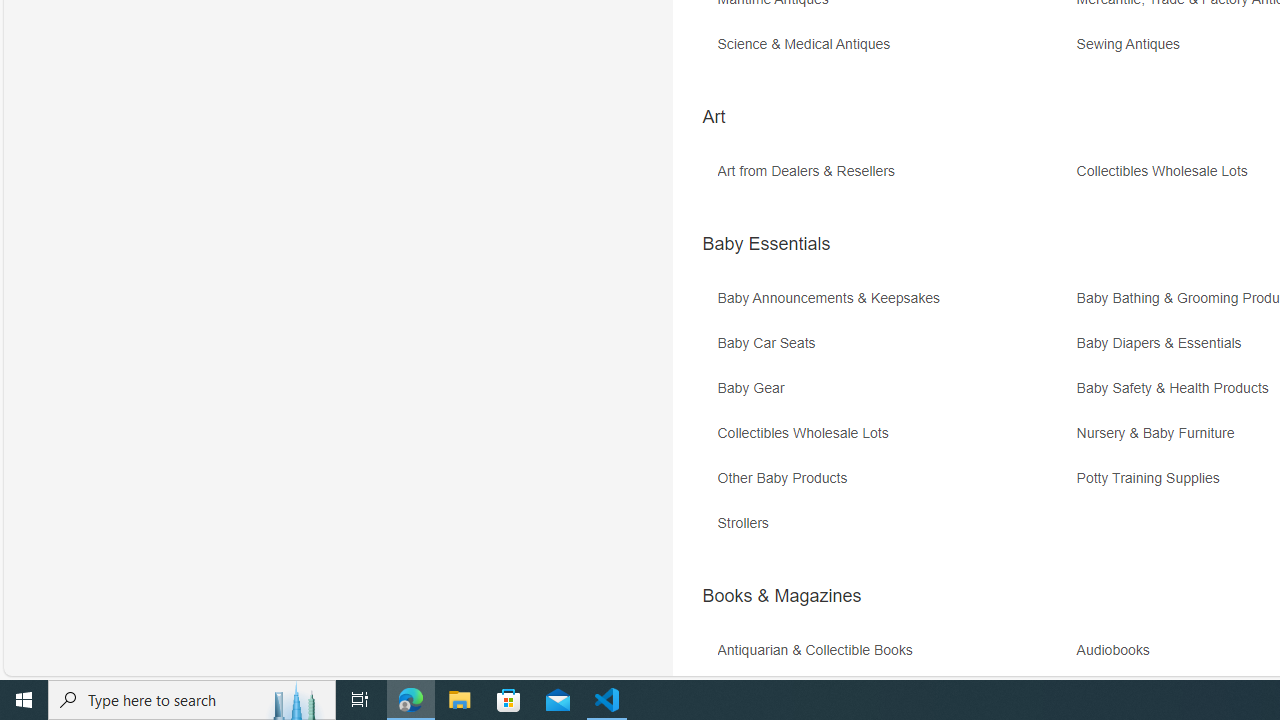 This screenshot has width=1280, height=720. What do you see at coordinates (893, 50) in the screenshot?
I see `'Science & Medical Antiques'` at bounding box center [893, 50].